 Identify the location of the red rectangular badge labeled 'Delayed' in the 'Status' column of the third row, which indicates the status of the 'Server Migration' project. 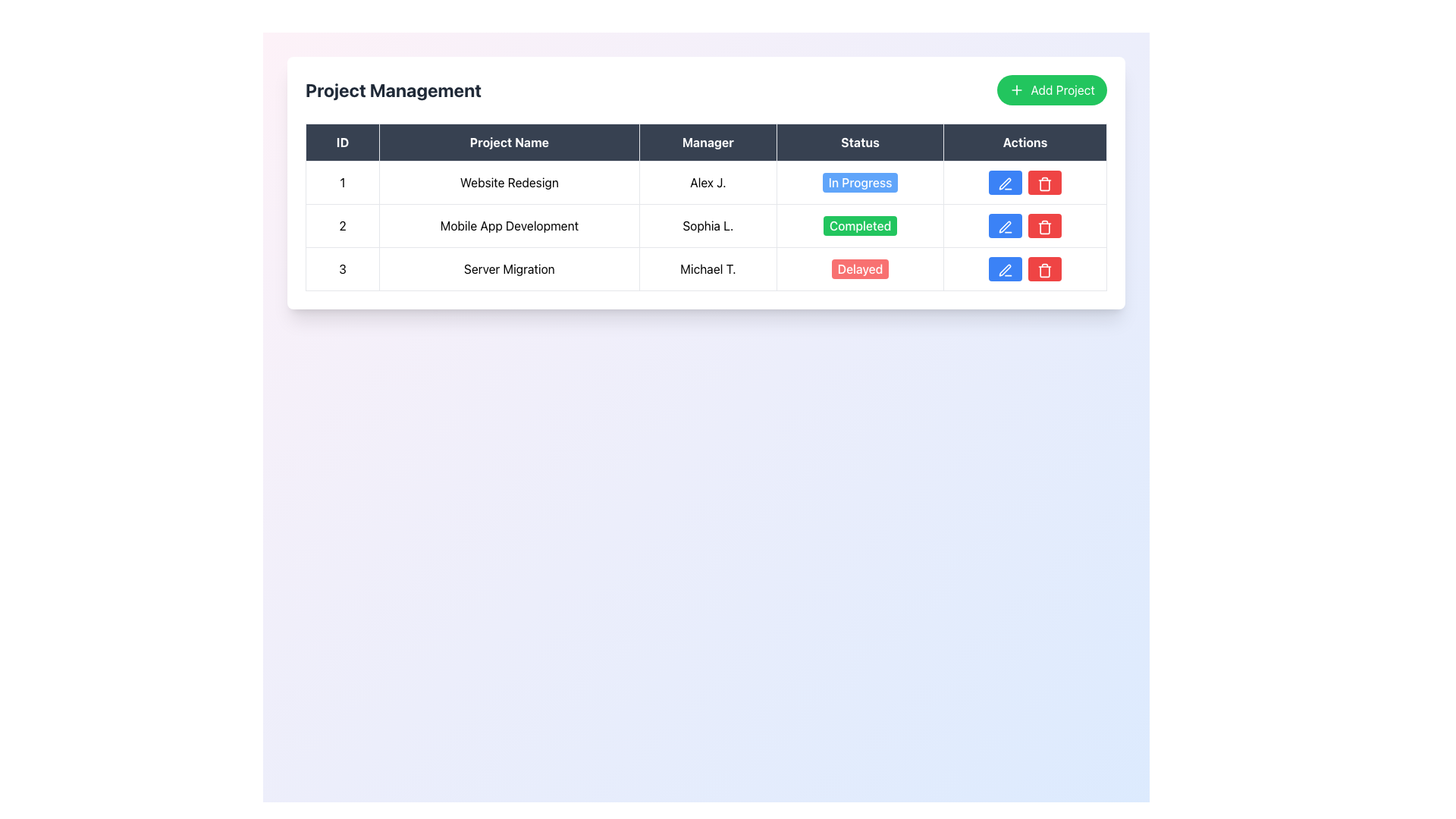
(860, 268).